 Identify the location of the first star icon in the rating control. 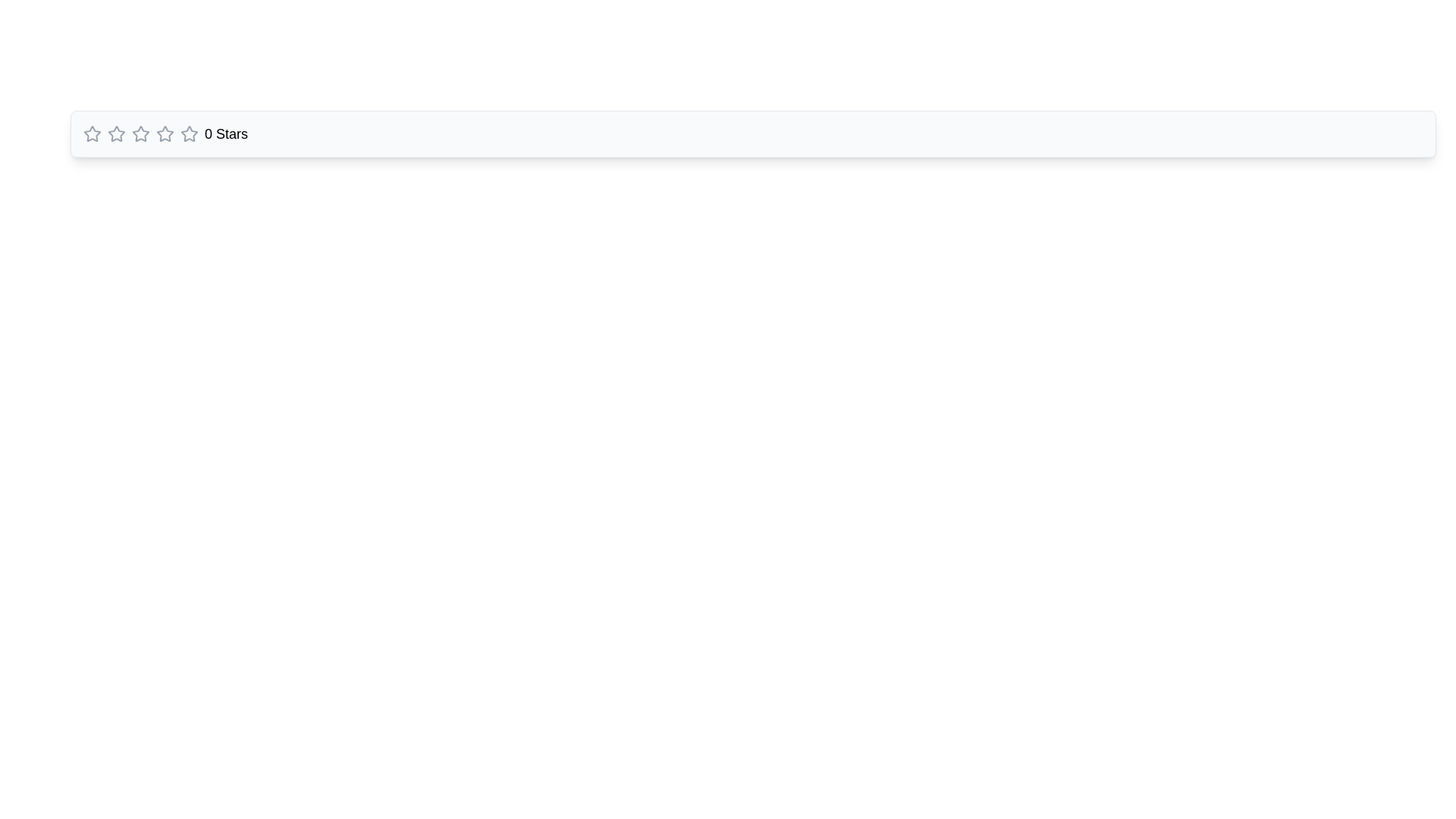
(91, 133).